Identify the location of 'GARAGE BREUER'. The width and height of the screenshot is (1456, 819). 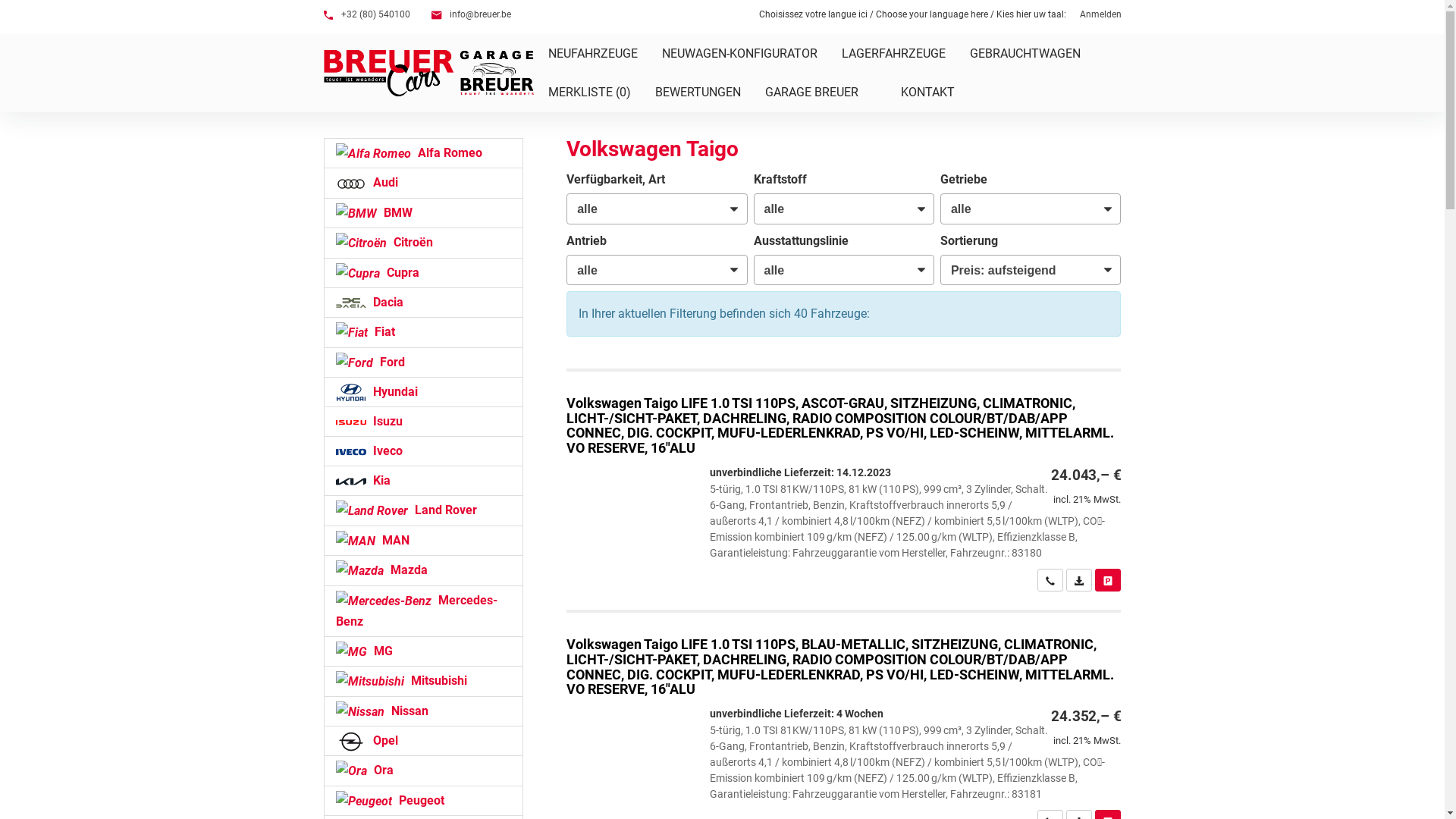
(752, 92).